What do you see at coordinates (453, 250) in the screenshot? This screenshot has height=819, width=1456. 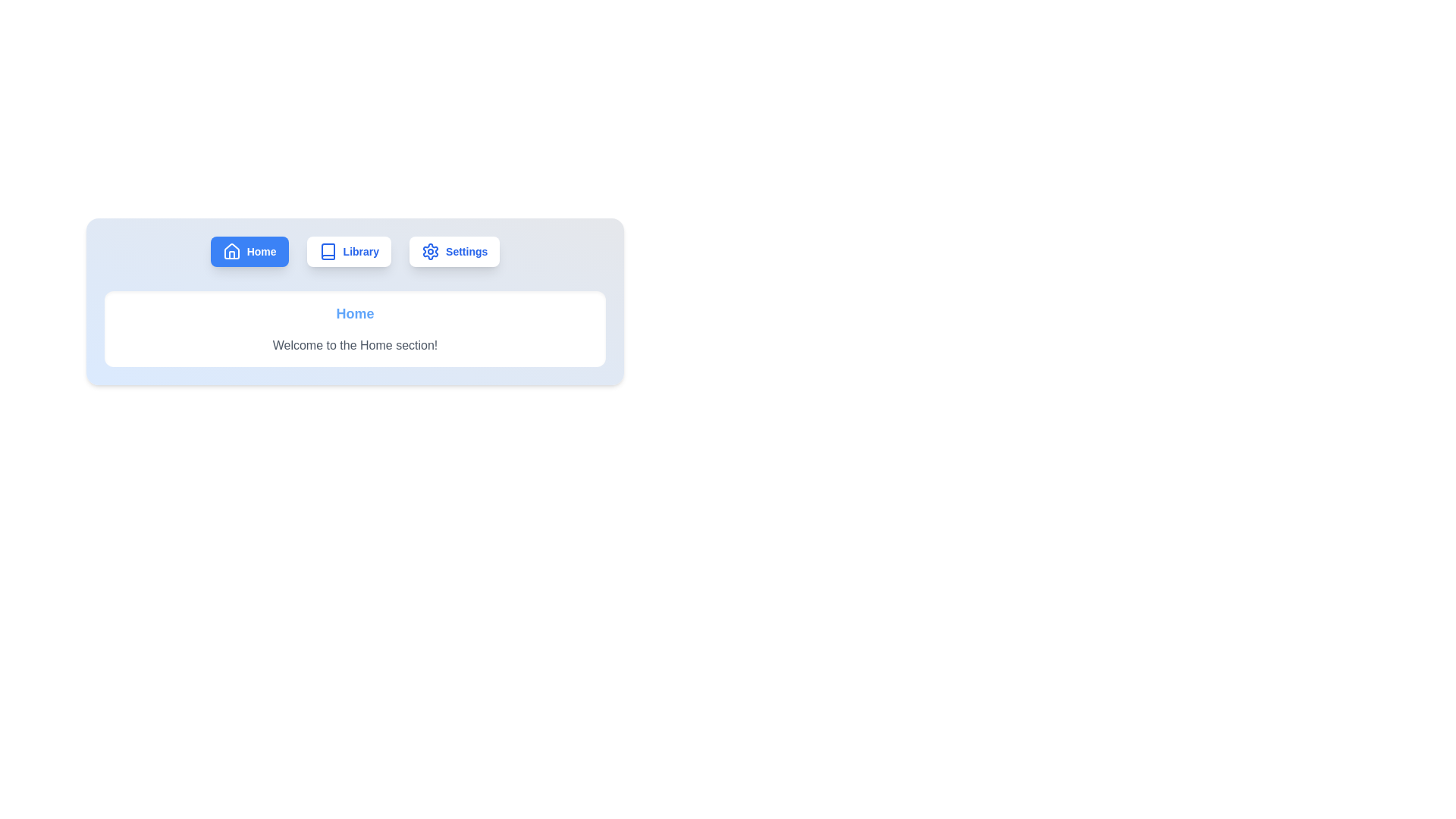 I see `the Settings tab` at bounding box center [453, 250].